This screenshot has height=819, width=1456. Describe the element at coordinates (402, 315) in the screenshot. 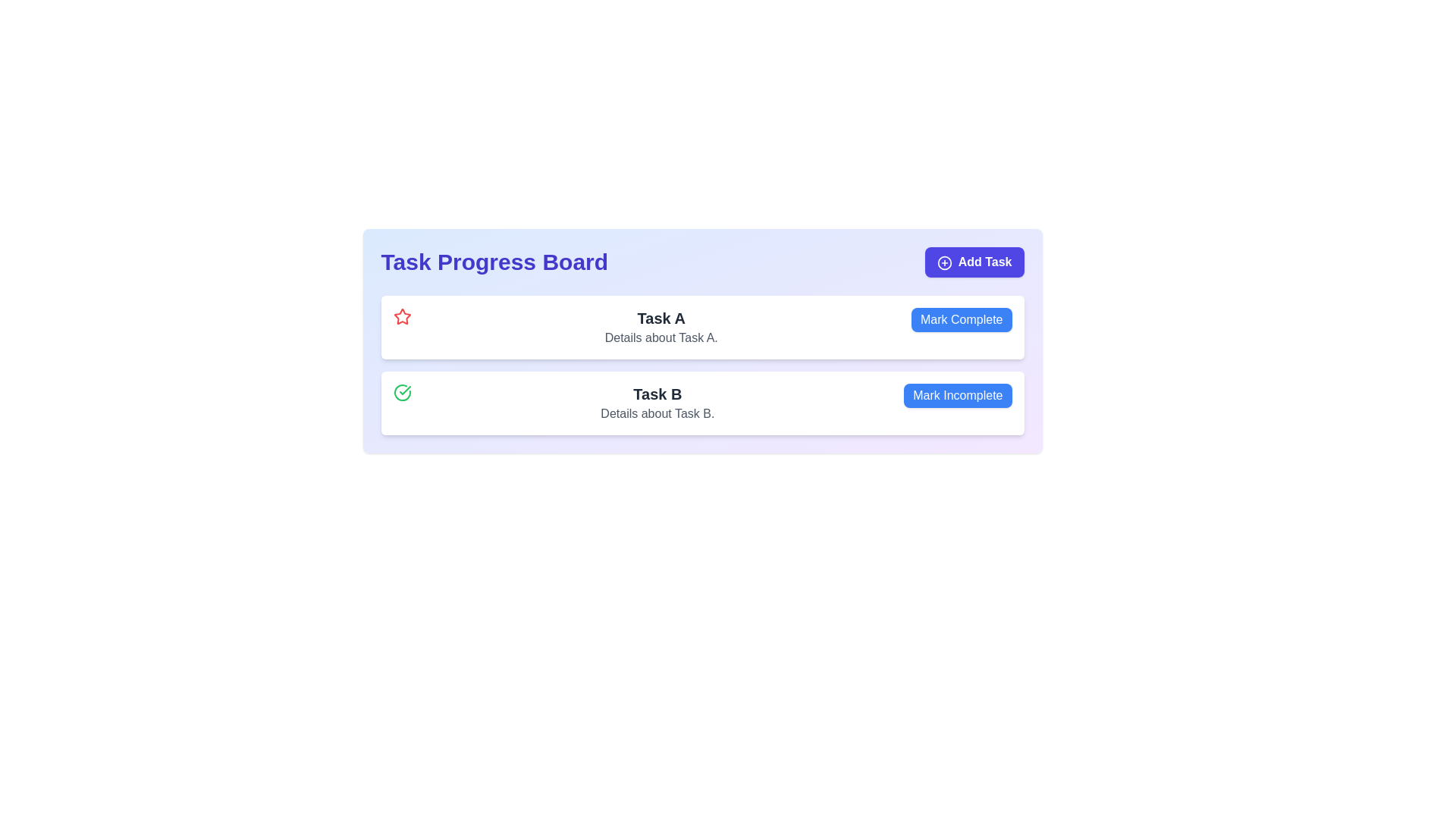

I see `the star icon located near the top-left corner of the task list, immediately to the left of the text 'Task A'` at that location.